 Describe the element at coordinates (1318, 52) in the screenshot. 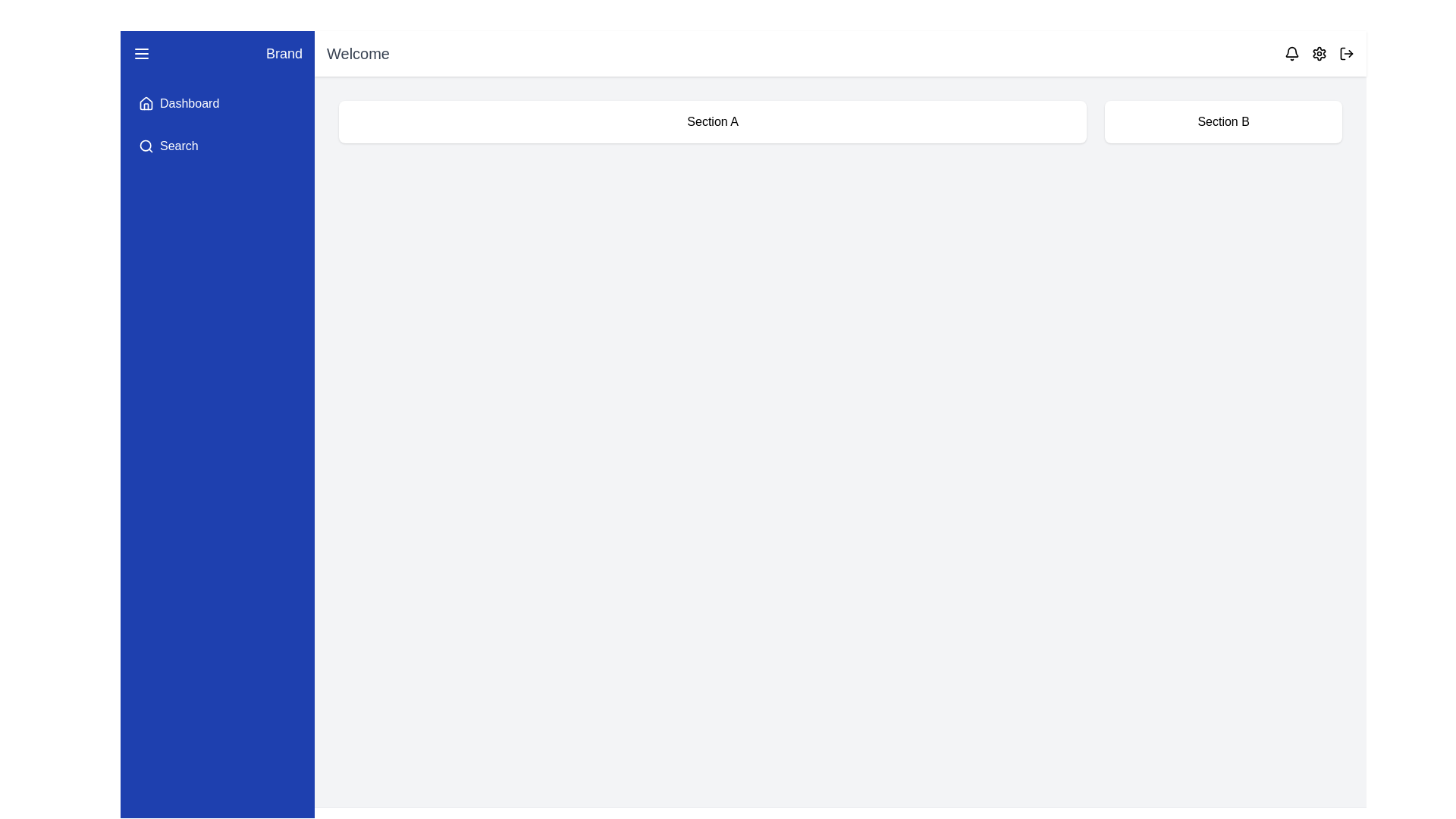

I see `the settings icon located in the upper-right corner of the interface` at that location.